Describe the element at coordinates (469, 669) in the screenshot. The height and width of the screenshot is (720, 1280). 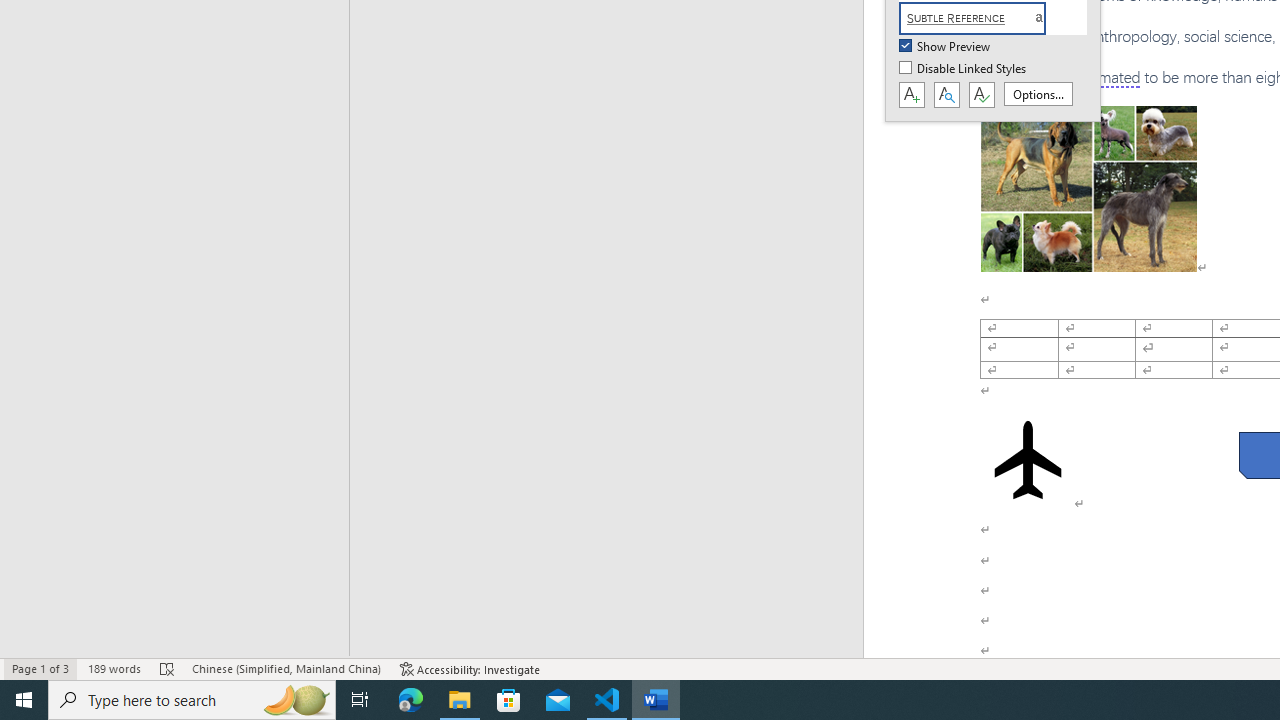
I see `'Accessibility Checker Accessibility: Investigate'` at that location.